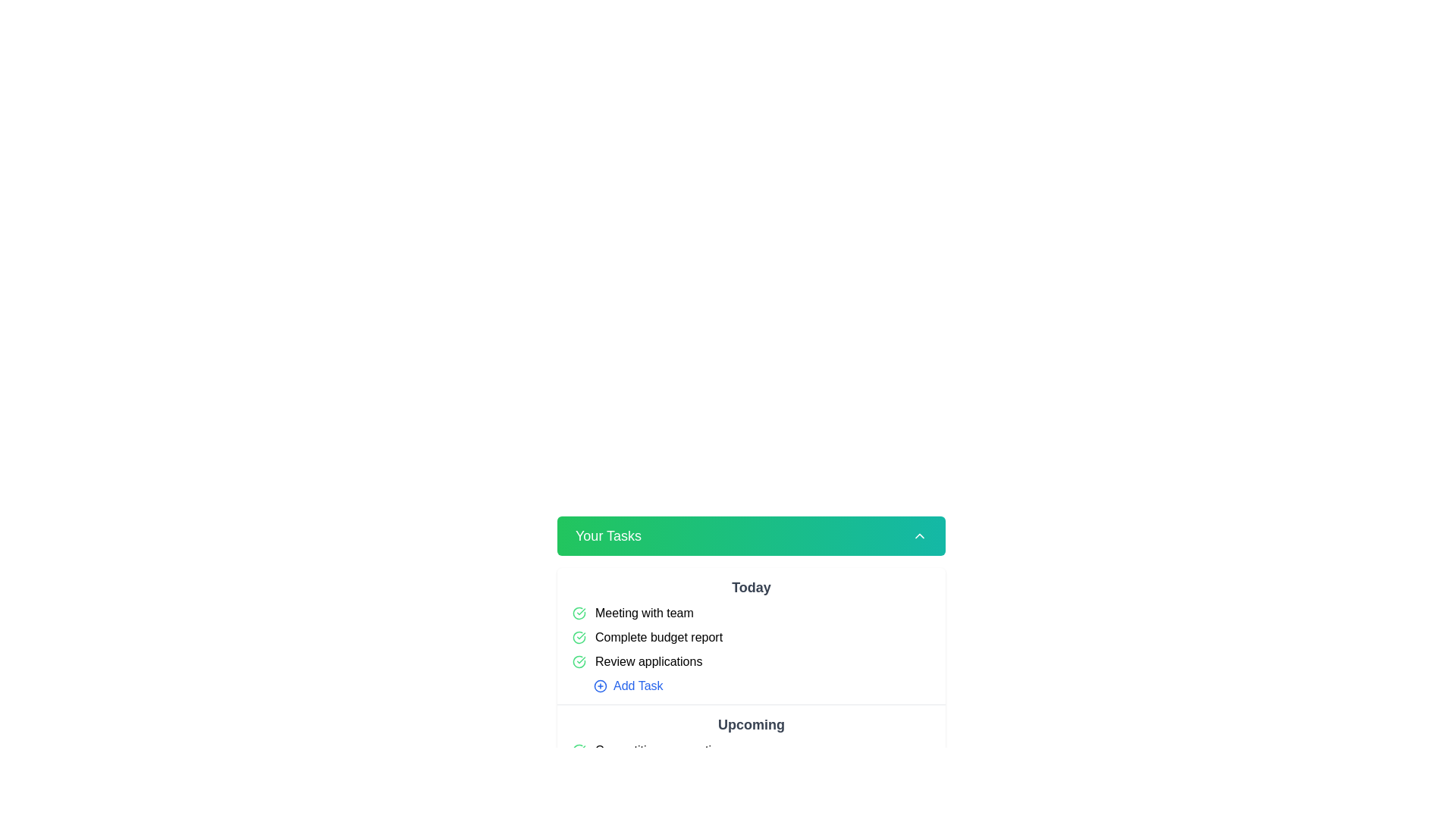 Image resolution: width=1456 pixels, height=819 pixels. What do you see at coordinates (608, 535) in the screenshot?
I see `the Text Label that serves as the title for the task overview section, located on the left side of the header bar` at bounding box center [608, 535].